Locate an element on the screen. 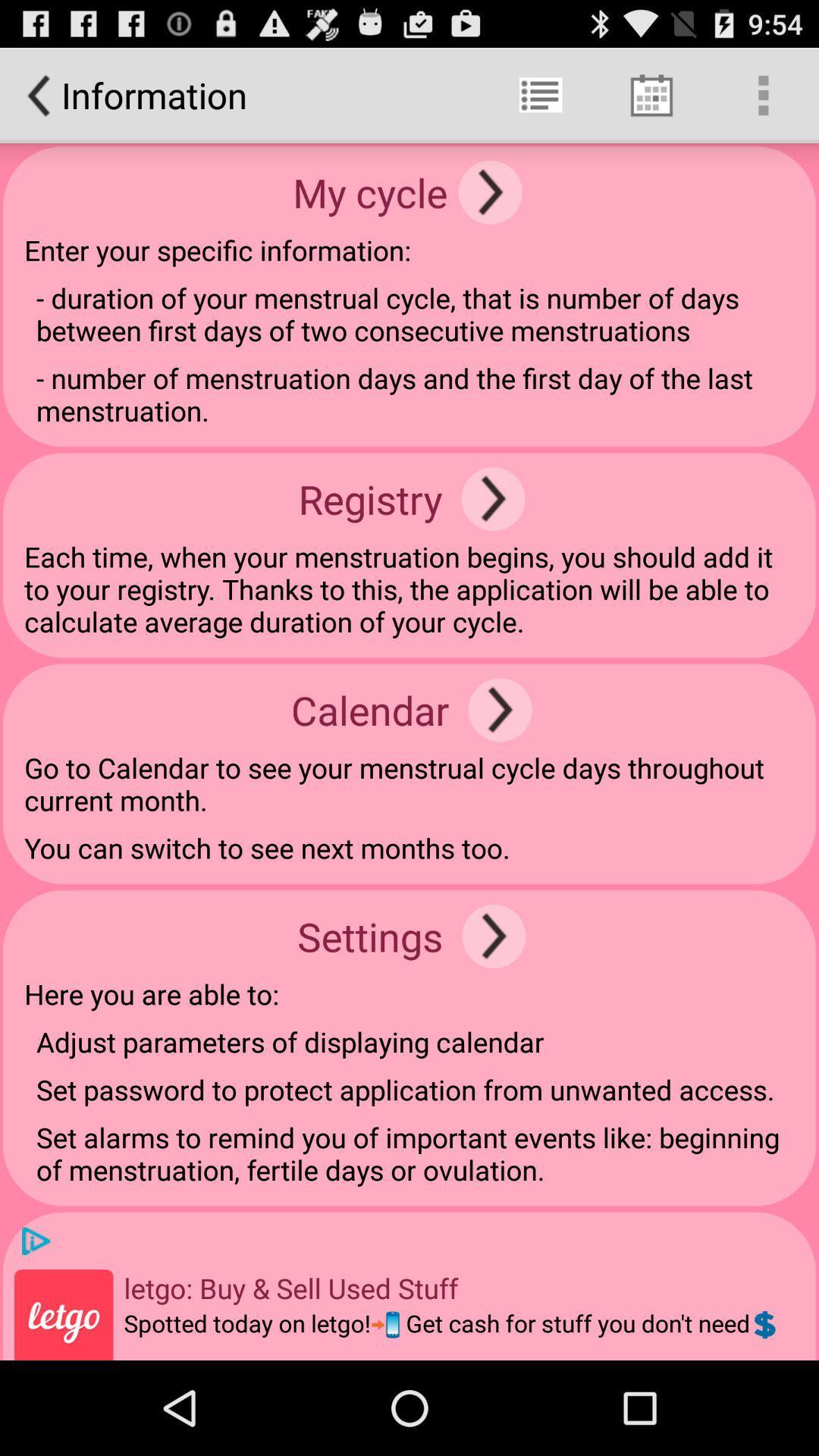  icon above the duration of your app is located at coordinates (490, 191).